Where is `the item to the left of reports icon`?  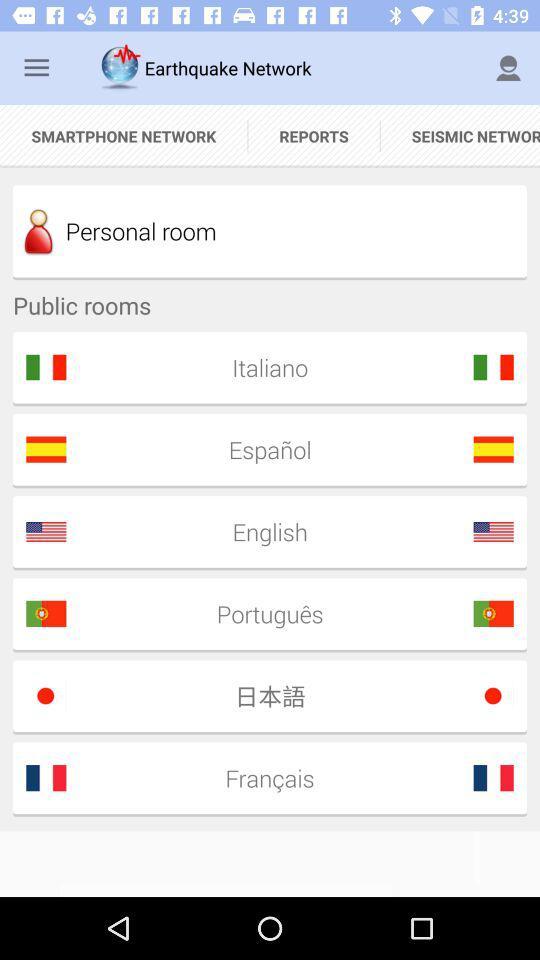
the item to the left of reports icon is located at coordinates (123, 135).